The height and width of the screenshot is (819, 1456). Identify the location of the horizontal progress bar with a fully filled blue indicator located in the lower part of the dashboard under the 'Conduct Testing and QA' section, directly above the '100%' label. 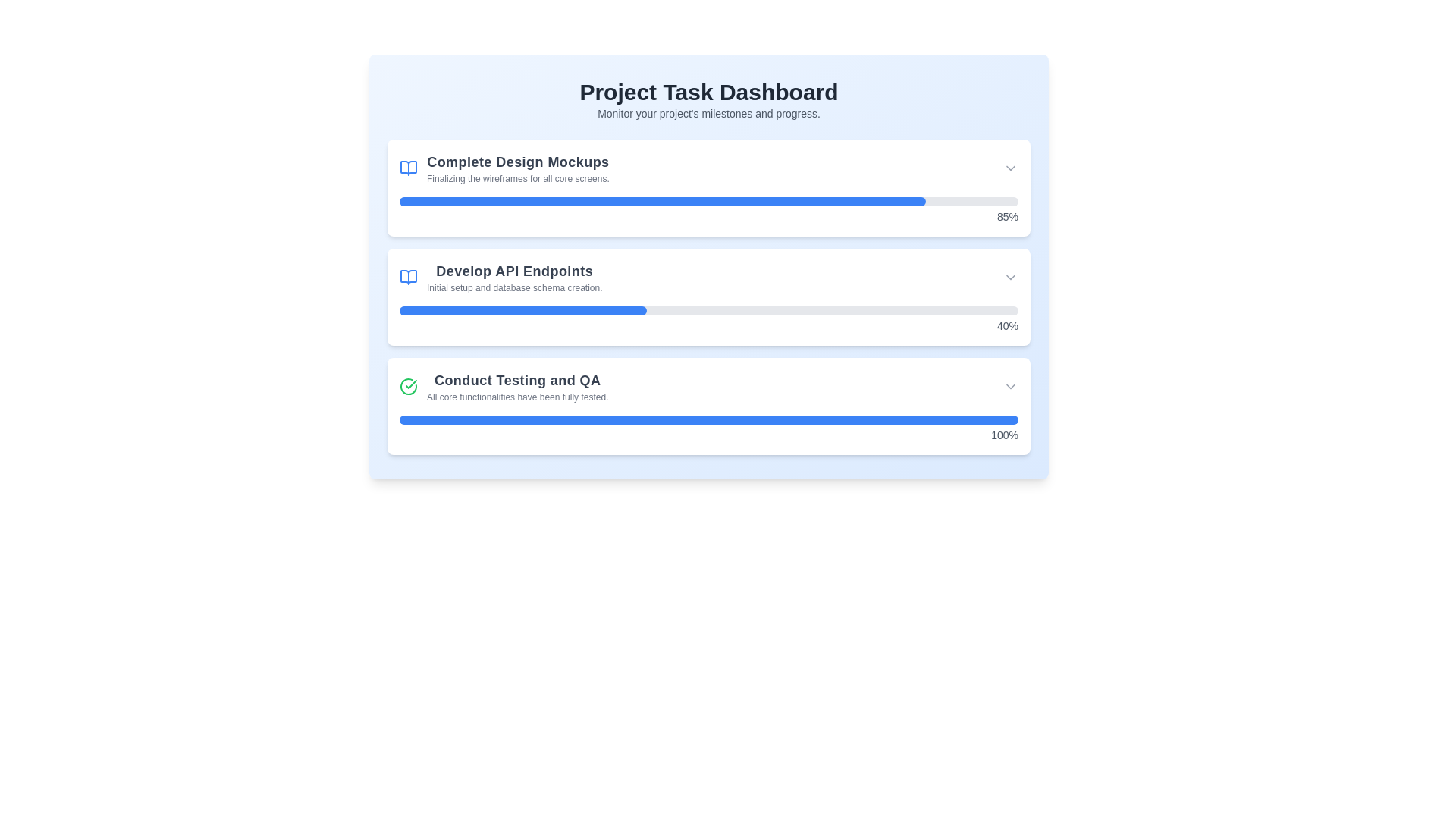
(708, 420).